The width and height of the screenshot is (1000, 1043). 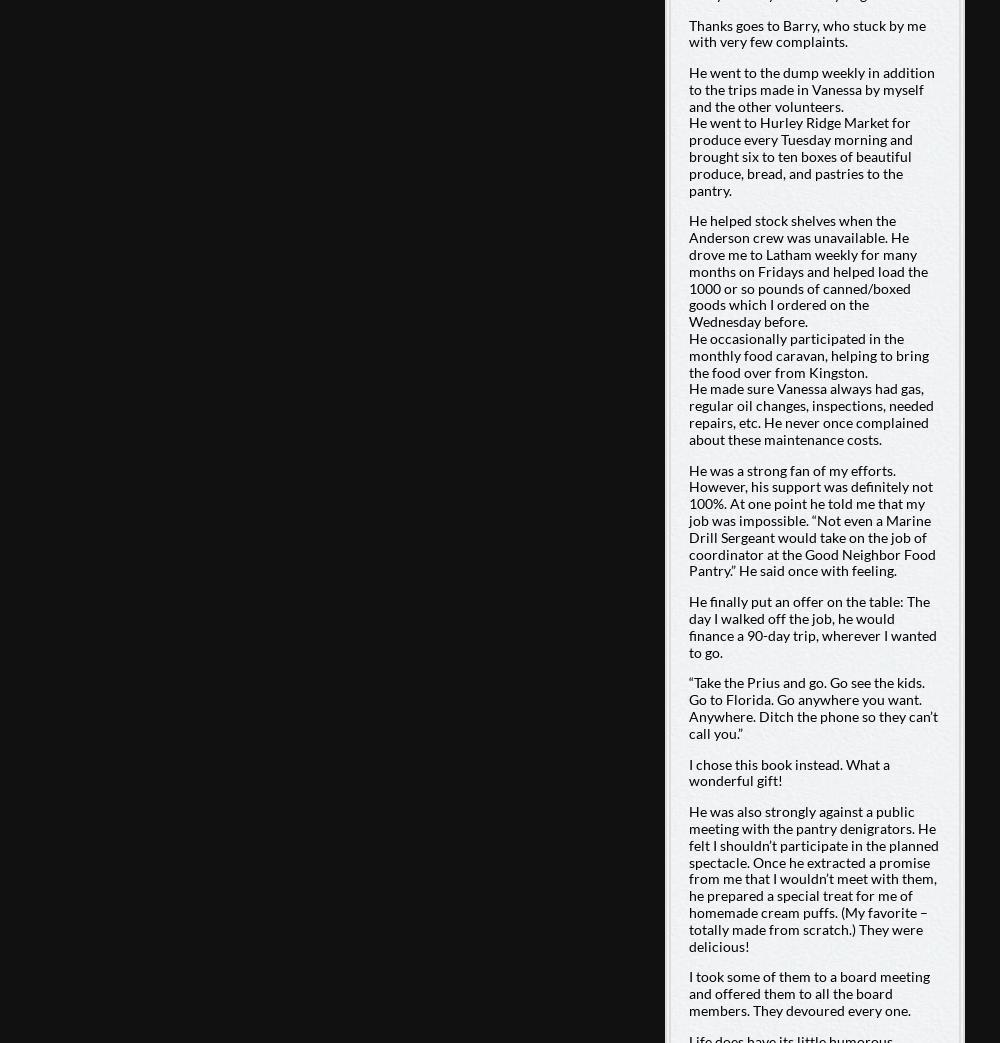 What do you see at coordinates (812, 625) in the screenshot?
I see `'He finally put an offer on the table: The day I walked off the job, he would finance a 90-day trip, wherever I wanted to go.'` at bounding box center [812, 625].